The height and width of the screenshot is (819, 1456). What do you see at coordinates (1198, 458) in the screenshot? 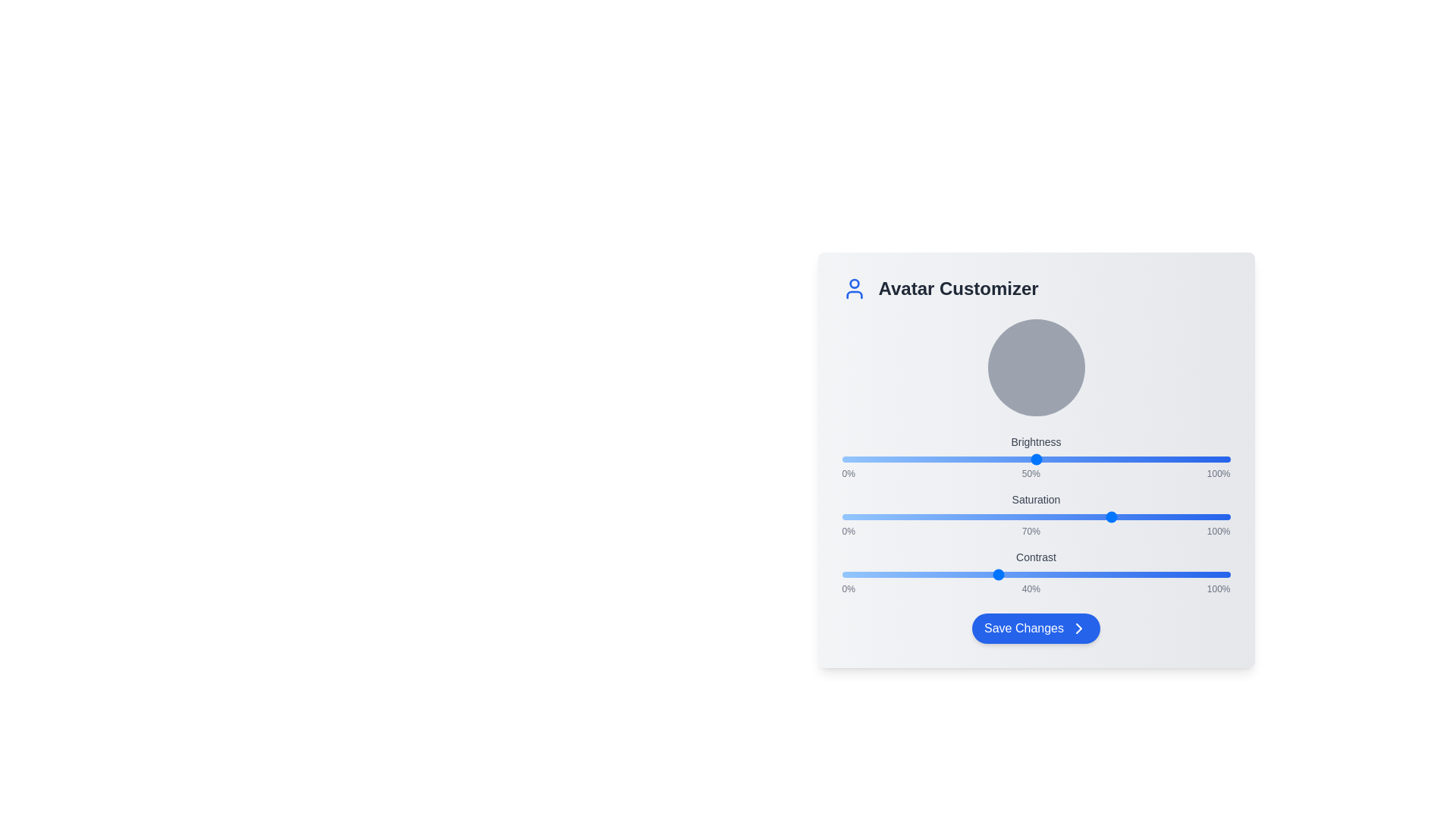
I see `the Brightness slider to 92%` at bounding box center [1198, 458].